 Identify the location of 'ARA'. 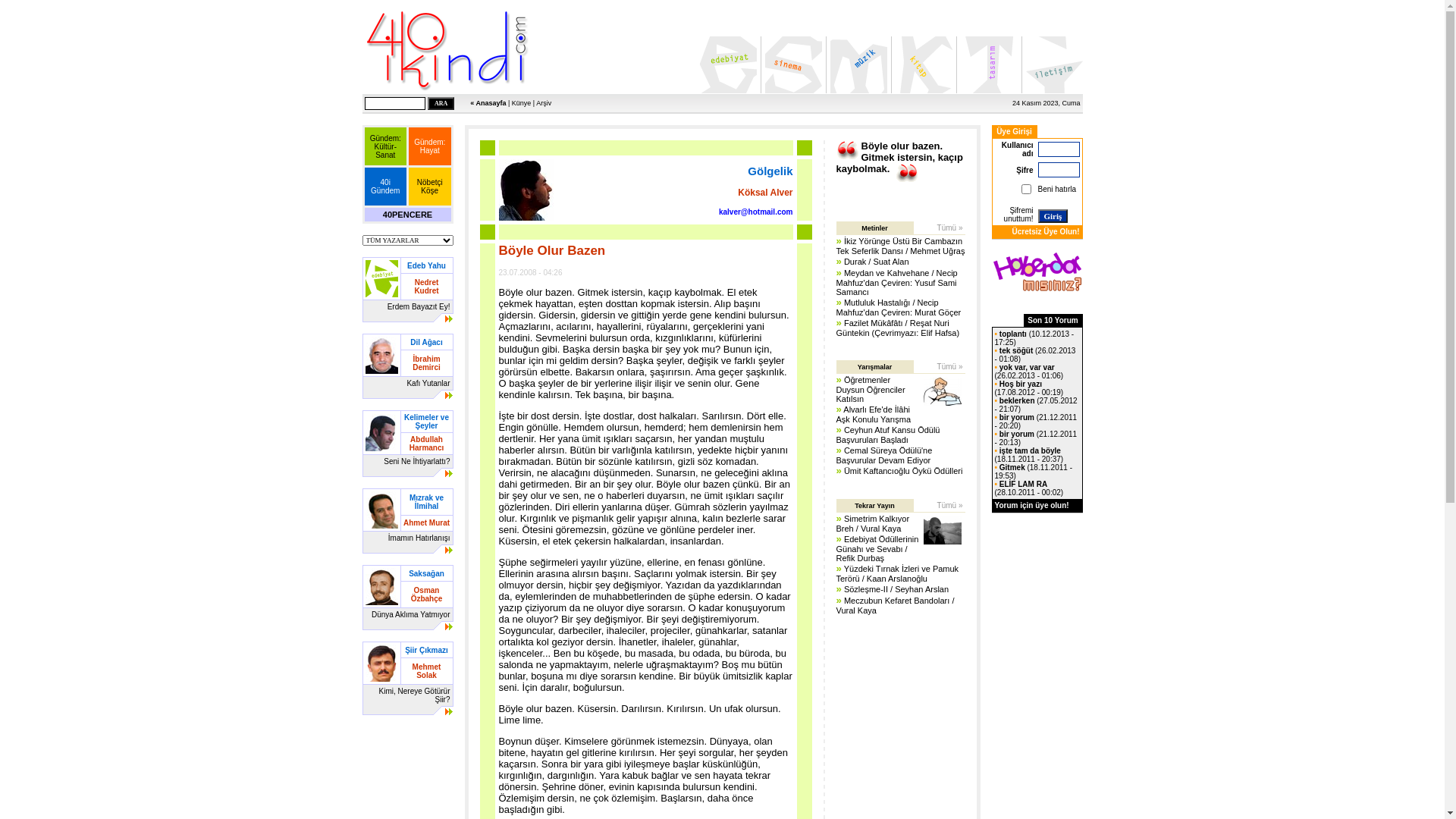
(440, 102).